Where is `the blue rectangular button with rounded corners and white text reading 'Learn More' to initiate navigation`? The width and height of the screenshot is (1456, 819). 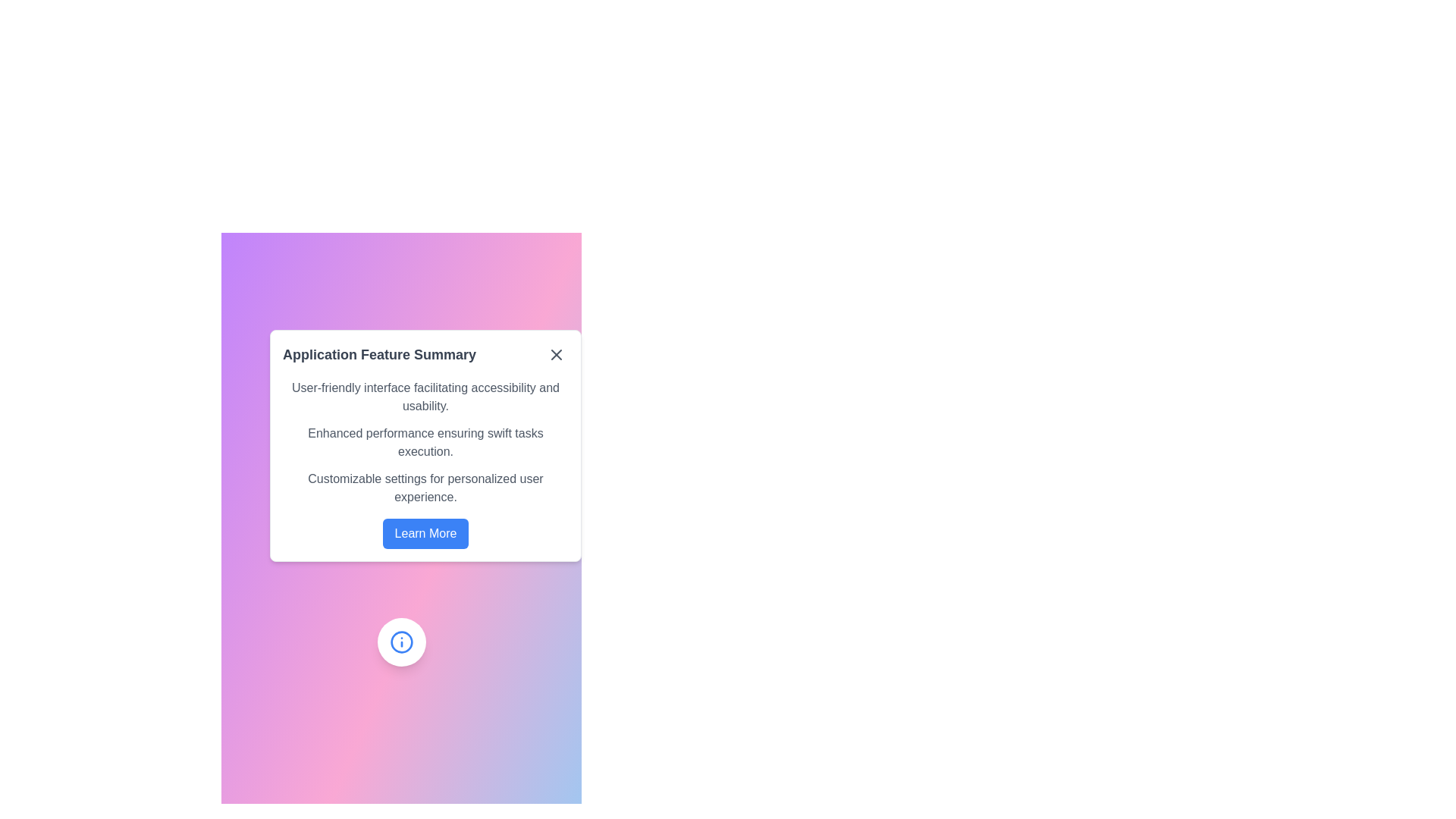 the blue rectangular button with rounded corners and white text reading 'Learn More' to initiate navigation is located at coordinates (425, 533).